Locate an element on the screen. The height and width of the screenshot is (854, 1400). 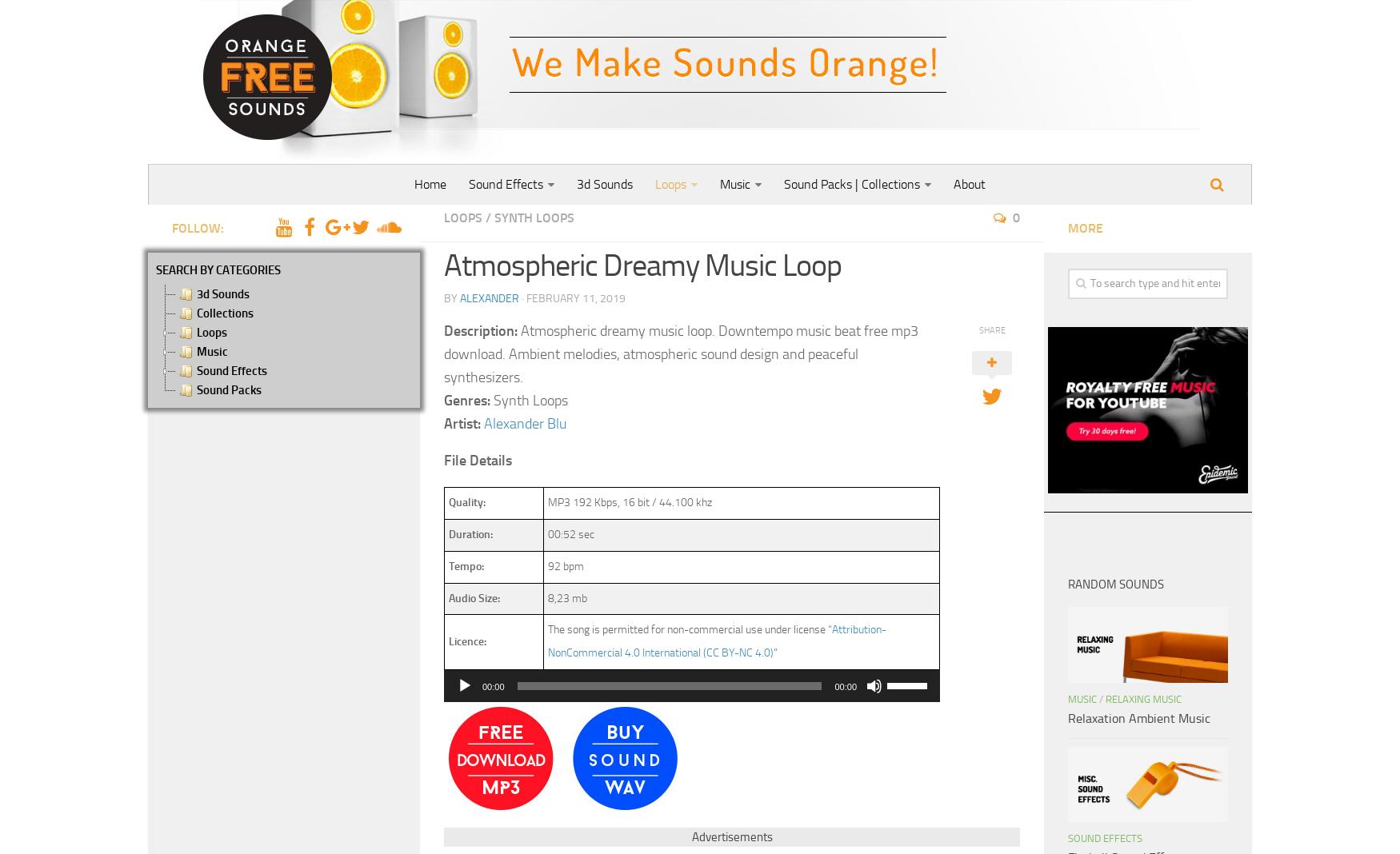
'Follow:' is located at coordinates (198, 227).